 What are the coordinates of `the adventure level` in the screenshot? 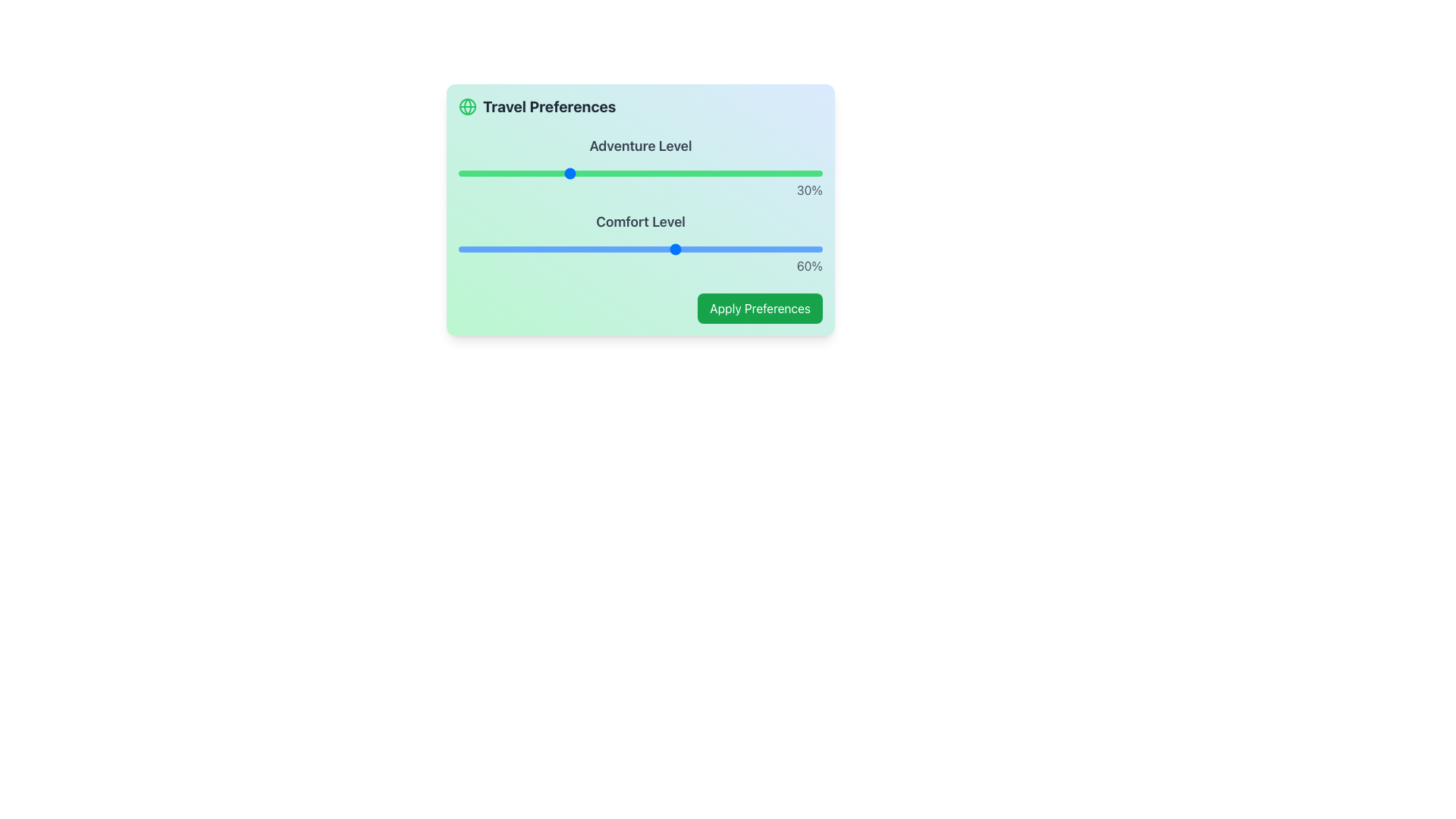 It's located at (535, 172).